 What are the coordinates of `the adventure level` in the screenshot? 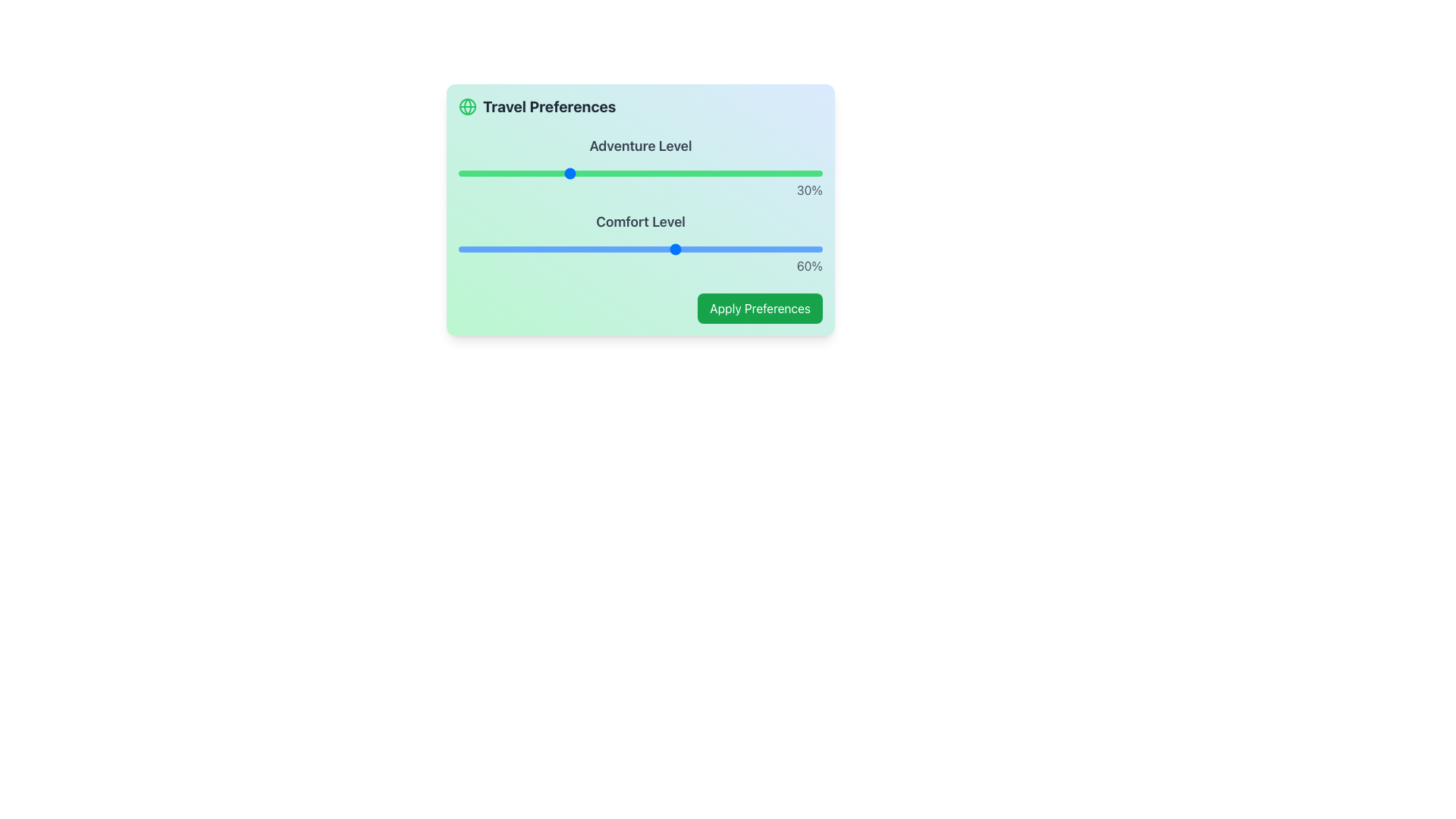 It's located at (535, 172).